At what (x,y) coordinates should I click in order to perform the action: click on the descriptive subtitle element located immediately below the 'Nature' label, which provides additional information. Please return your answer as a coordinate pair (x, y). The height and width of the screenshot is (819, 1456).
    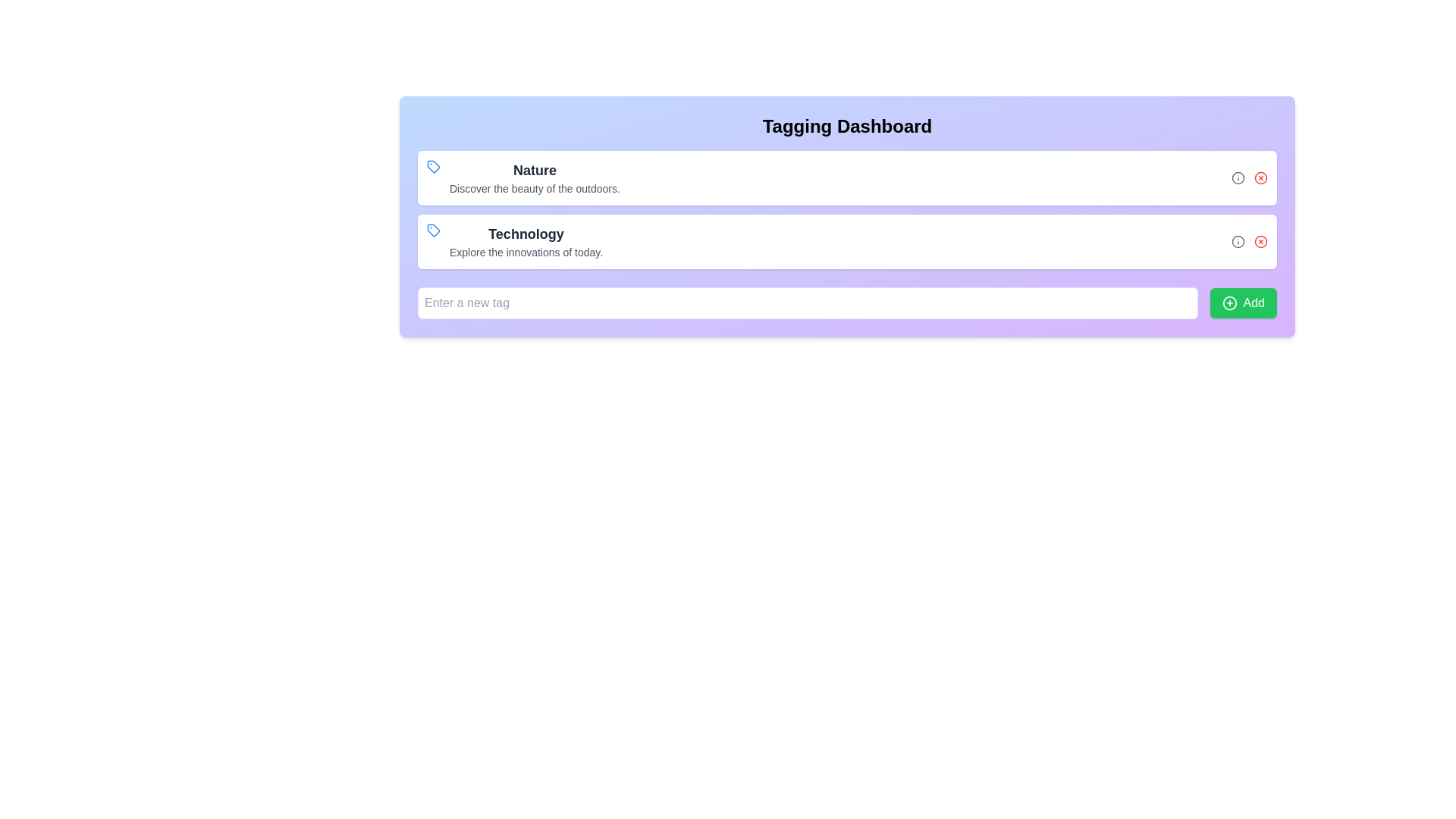
    Looking at the image, I should click on (535, 188).